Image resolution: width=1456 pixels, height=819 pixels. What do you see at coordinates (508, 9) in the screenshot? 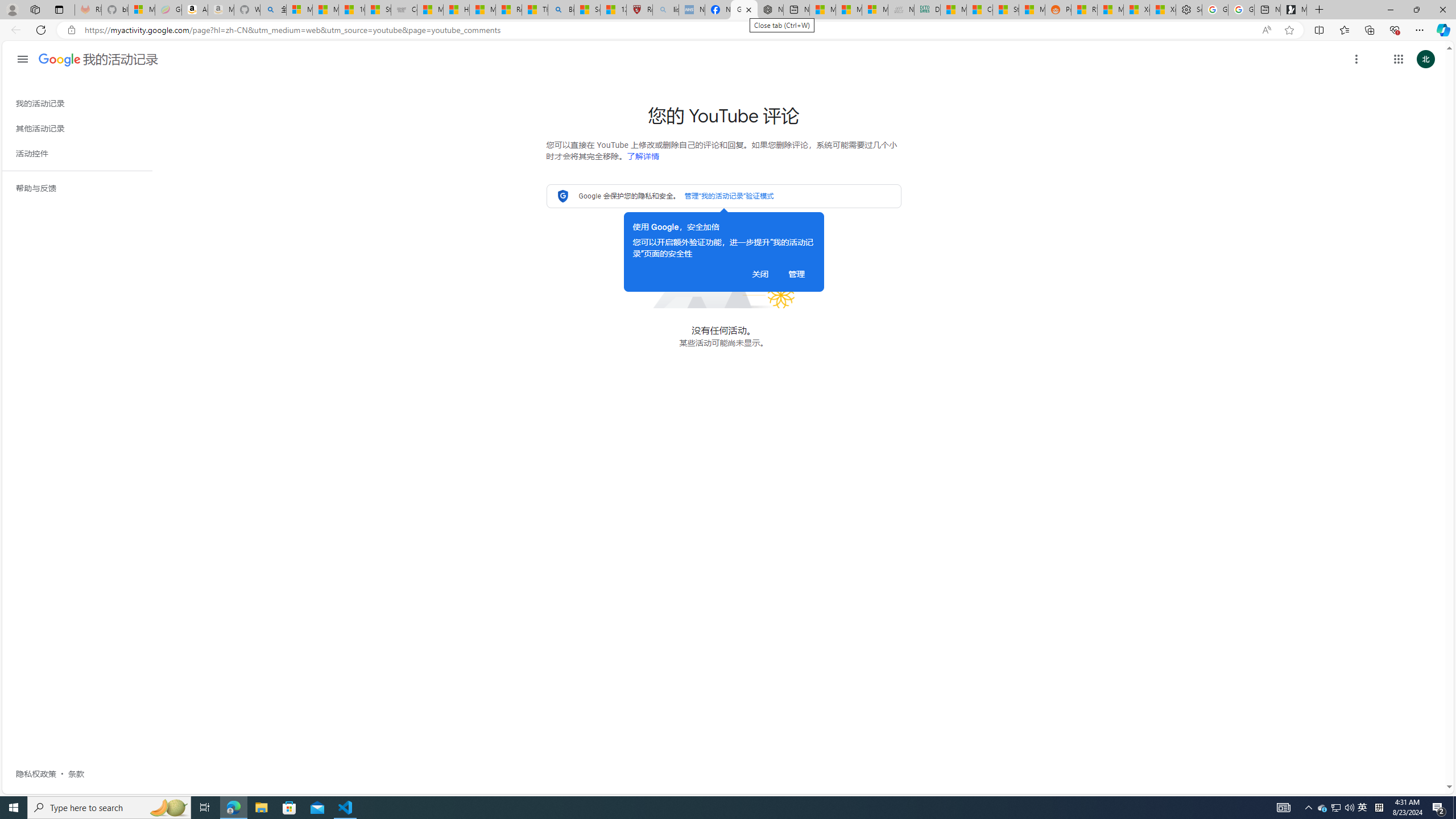
I see `'Recipes - MSN'` at bounding box center [508, 9].